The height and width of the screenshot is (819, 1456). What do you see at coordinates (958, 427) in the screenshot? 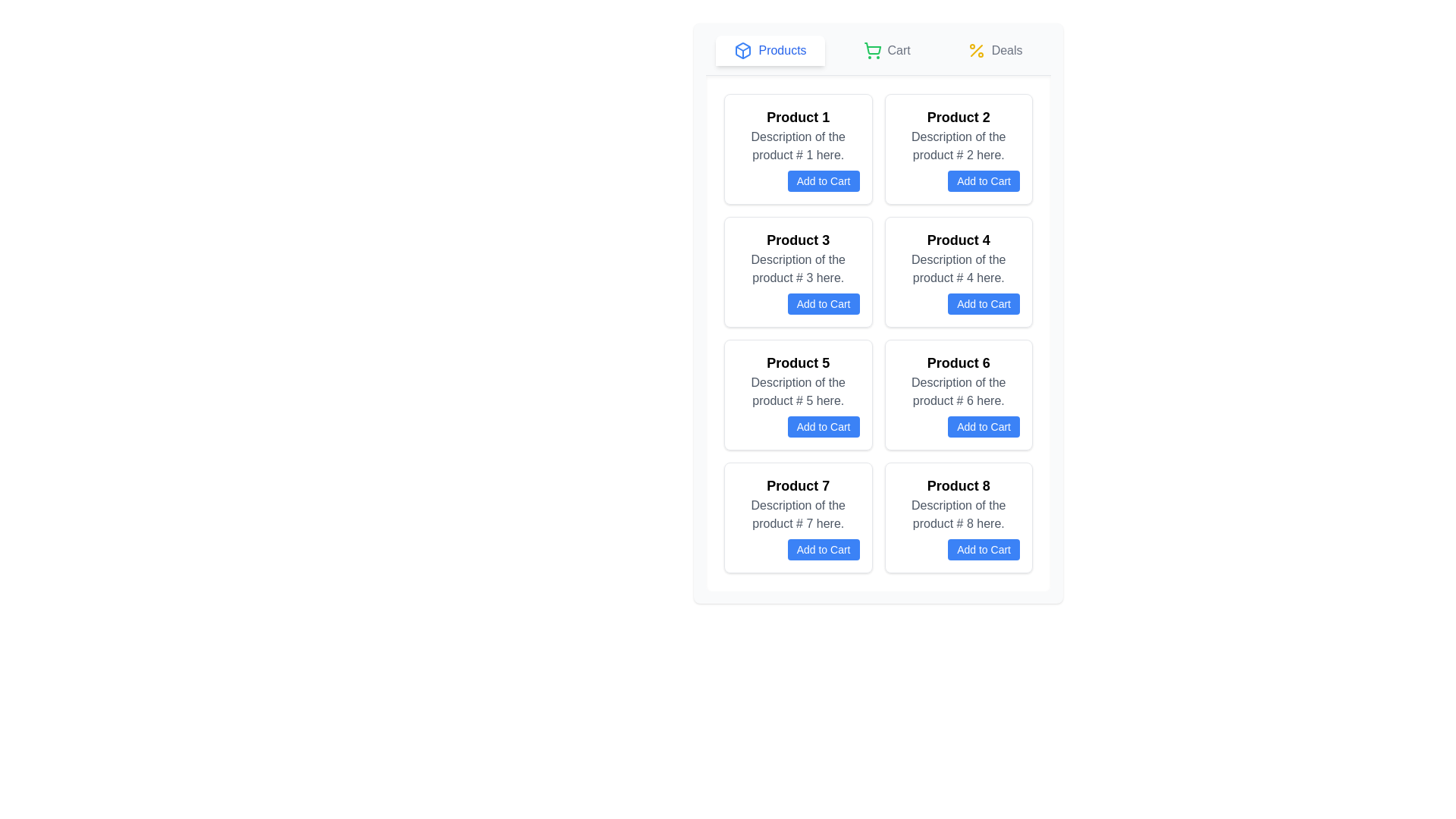
I see `the button located at the bottom-right part of the card for 'Product 6'` at bounding box center [958, 427].